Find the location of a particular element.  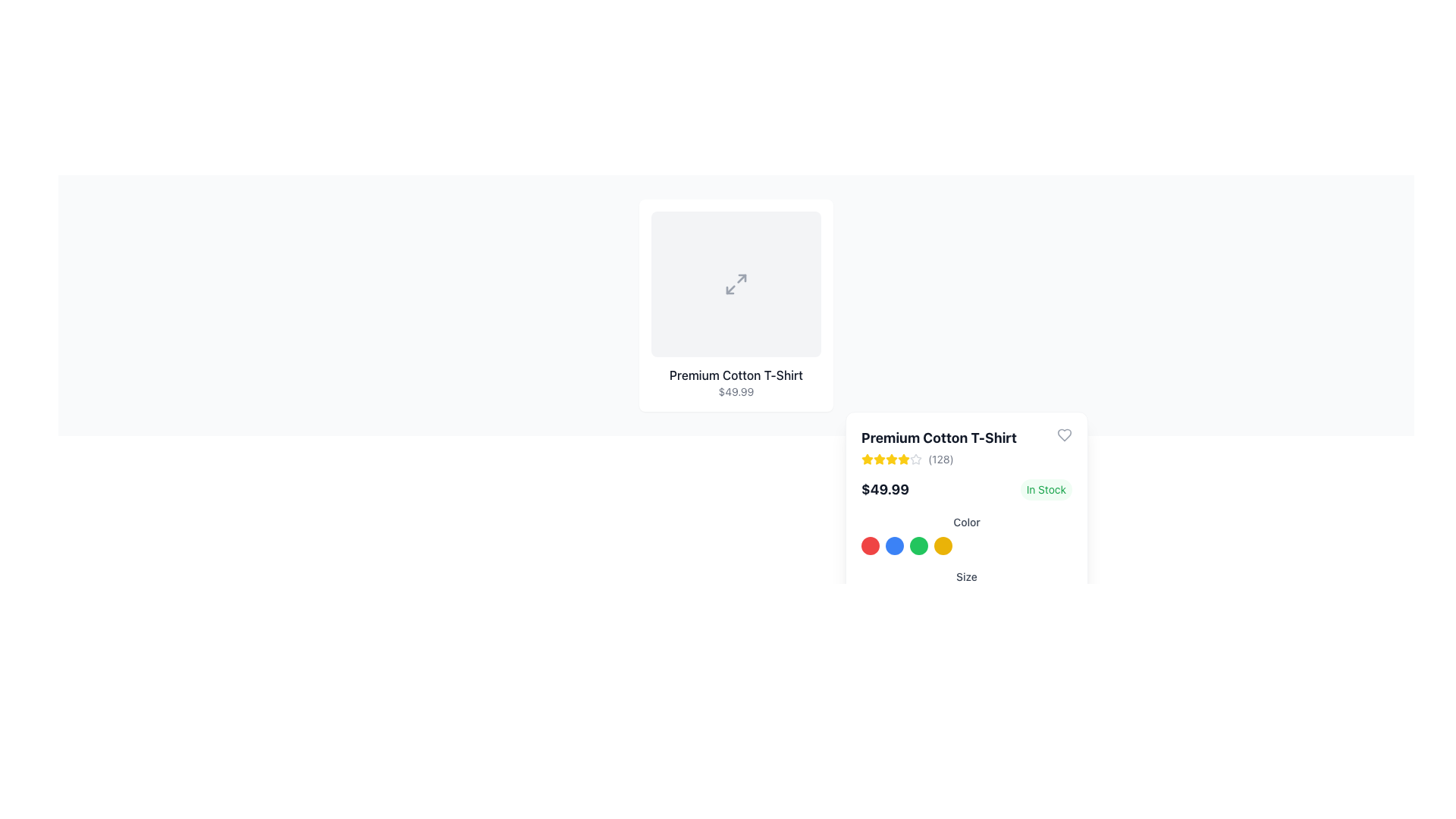

the leftmost bright yellow five-pointed star rating icon is located at coordinates (880, 458).